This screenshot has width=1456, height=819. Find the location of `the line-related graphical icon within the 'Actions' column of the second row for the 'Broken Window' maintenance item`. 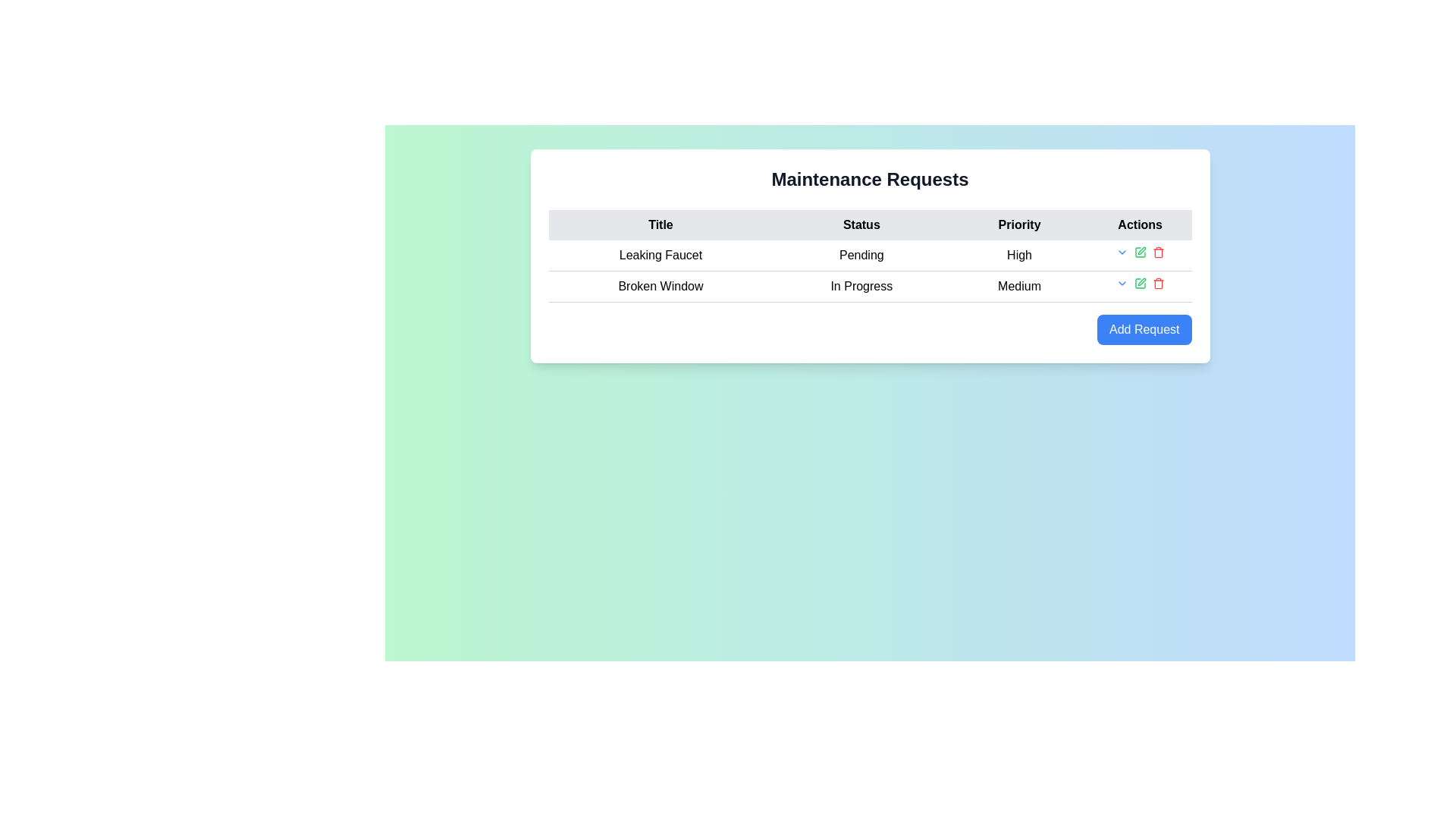

the line-related graphical icon within the 'Actions' column of the second row for the 'Broken Window' maintenance item is located at coordinates (1140, 284).